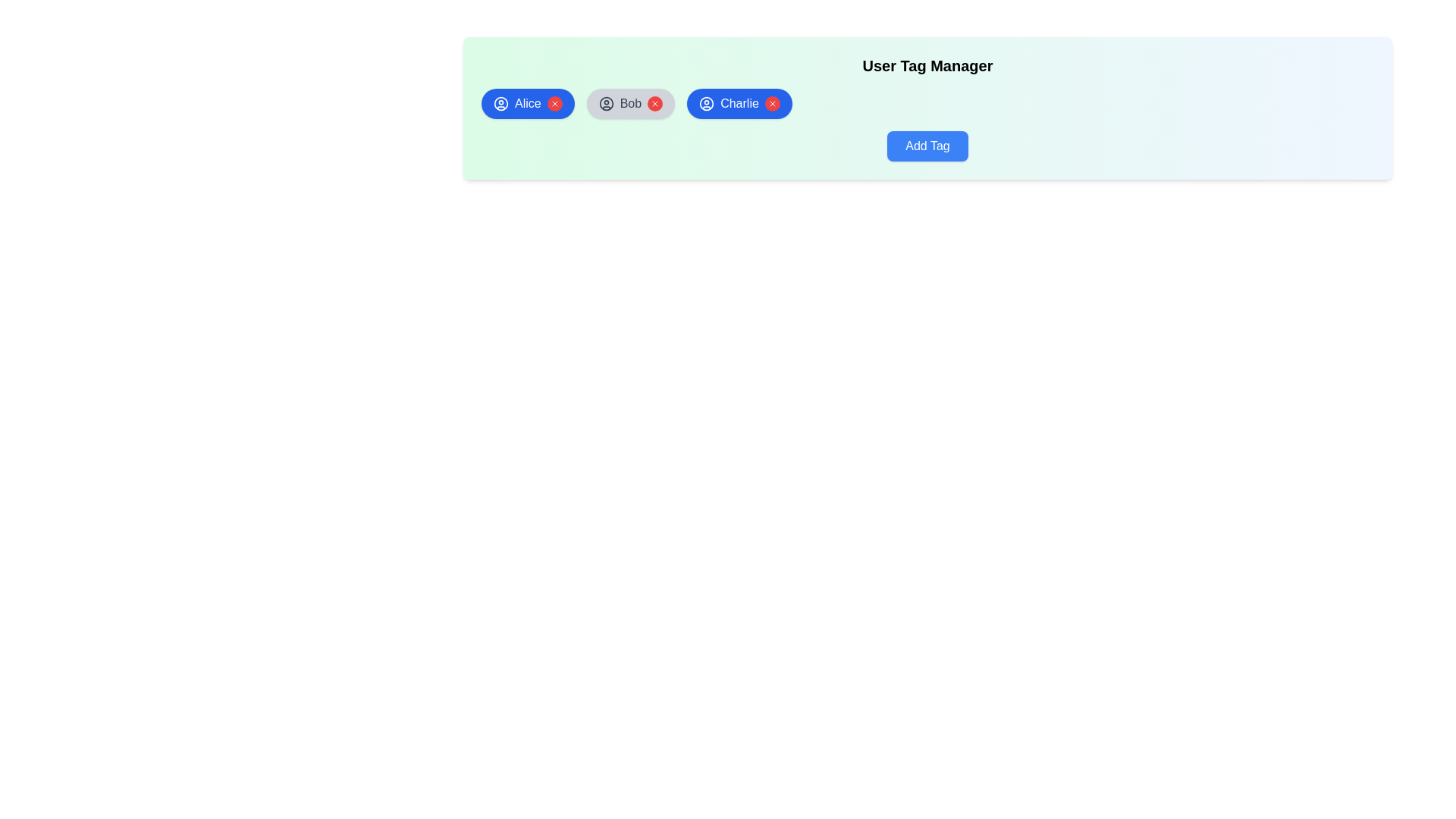 Image resolution: width=1456 pixels, height=819 pixels. Describe the element at coordinates (772, 103) in the screenshot. I see `red 'X' button to remove the tag named Charlie` at that location.